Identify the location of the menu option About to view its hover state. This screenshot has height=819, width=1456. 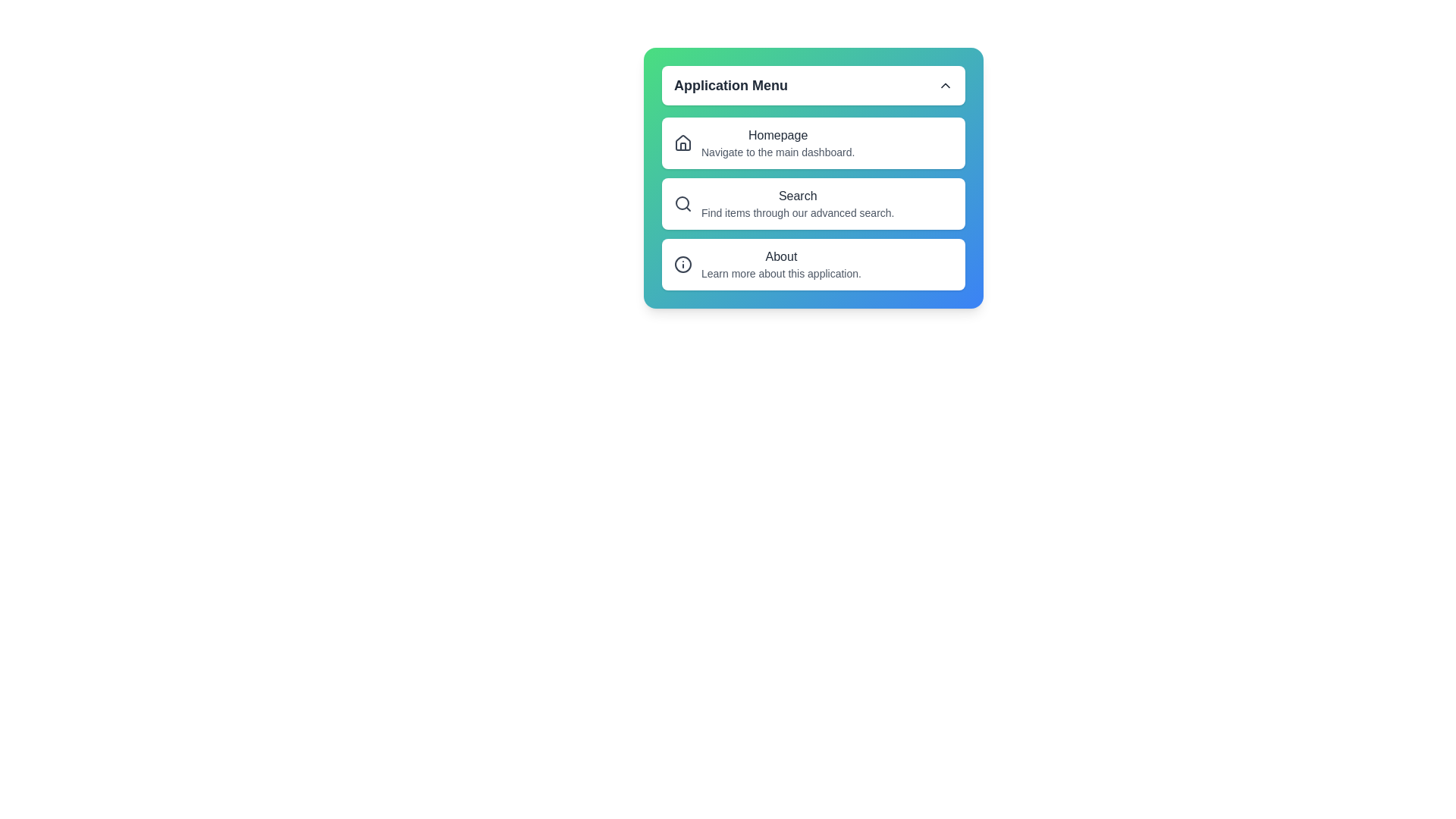
(813, 263).